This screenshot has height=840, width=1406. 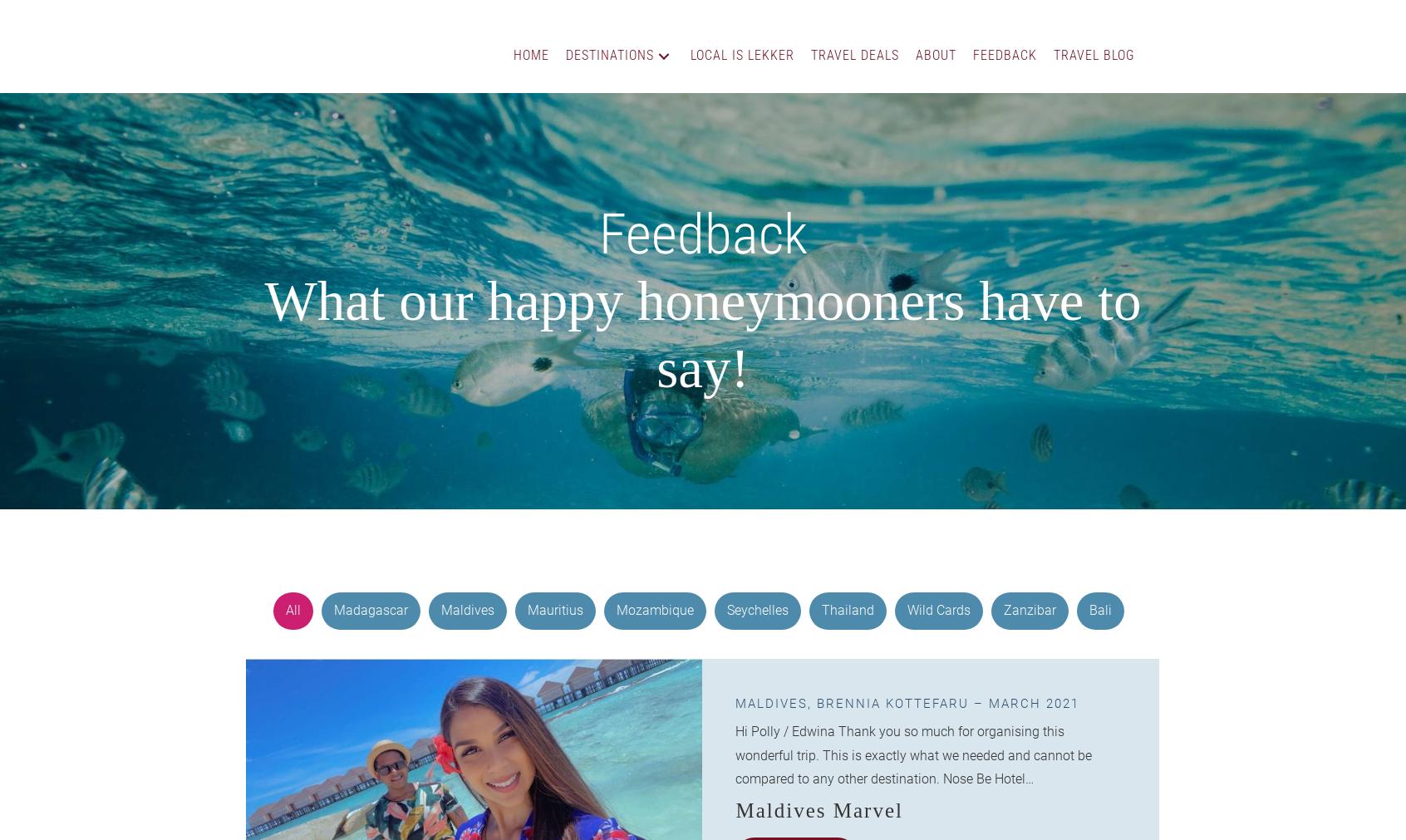 What do you see at coordinates (292, 609) in the screenshot?
I see `'All'` at bounding box center [292, 609].